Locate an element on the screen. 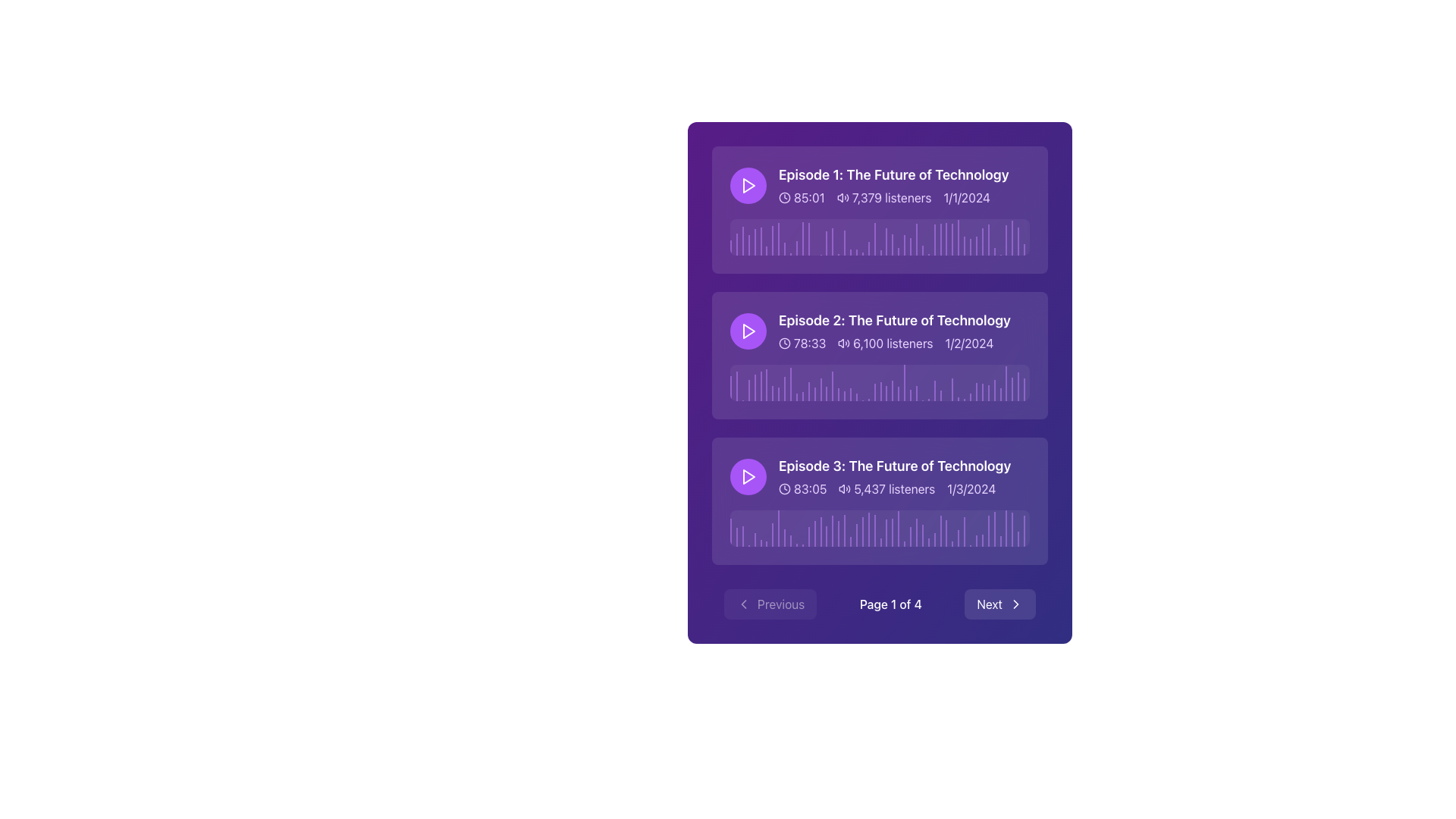  the 'Previous' button which is the leftmost item in the bottom navigation area, featuring a white chevron-left icon and a semi-transparent white background is located at coordinates (770, 604).